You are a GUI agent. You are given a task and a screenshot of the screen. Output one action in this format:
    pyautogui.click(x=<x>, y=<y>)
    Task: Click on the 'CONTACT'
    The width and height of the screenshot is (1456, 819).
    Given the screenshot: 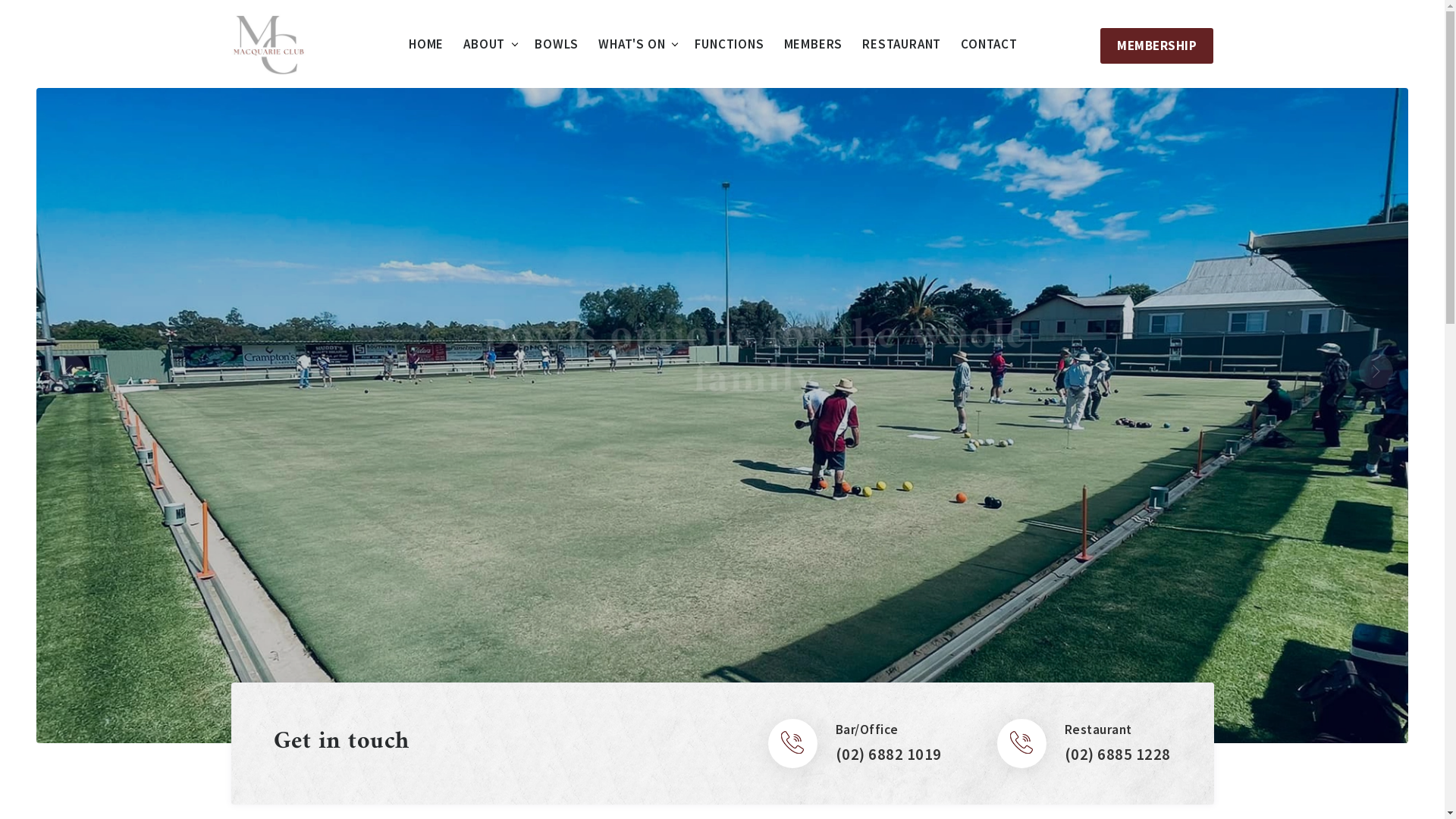 What is the action you would take?
    pyautogui.click(x=989, y=43)
    